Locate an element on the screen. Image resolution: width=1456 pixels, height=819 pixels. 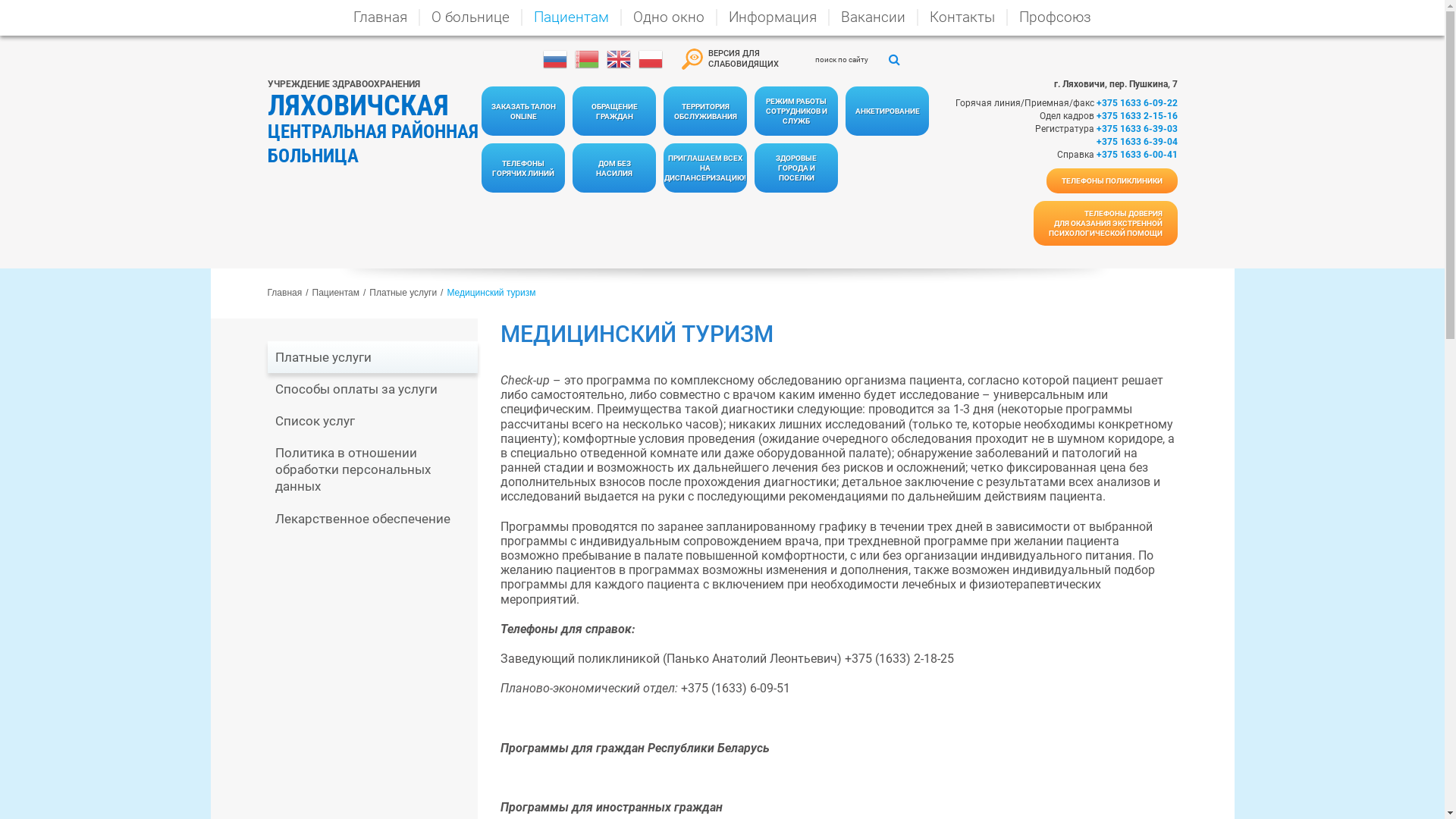
'Polish' is located at coordinates (651, 58).